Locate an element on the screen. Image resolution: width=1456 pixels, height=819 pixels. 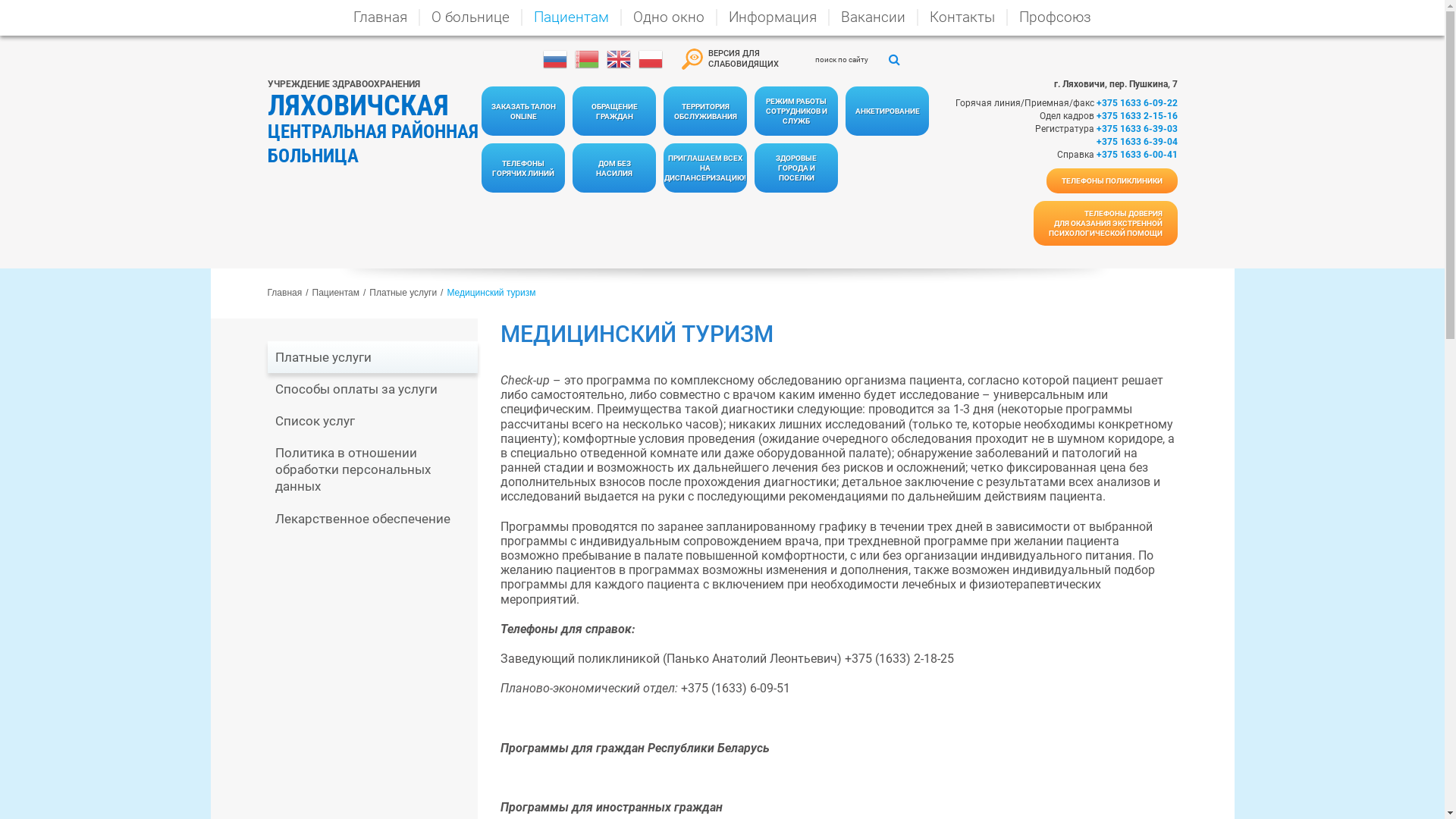
'Polish' is located at coordinates (651, 58).